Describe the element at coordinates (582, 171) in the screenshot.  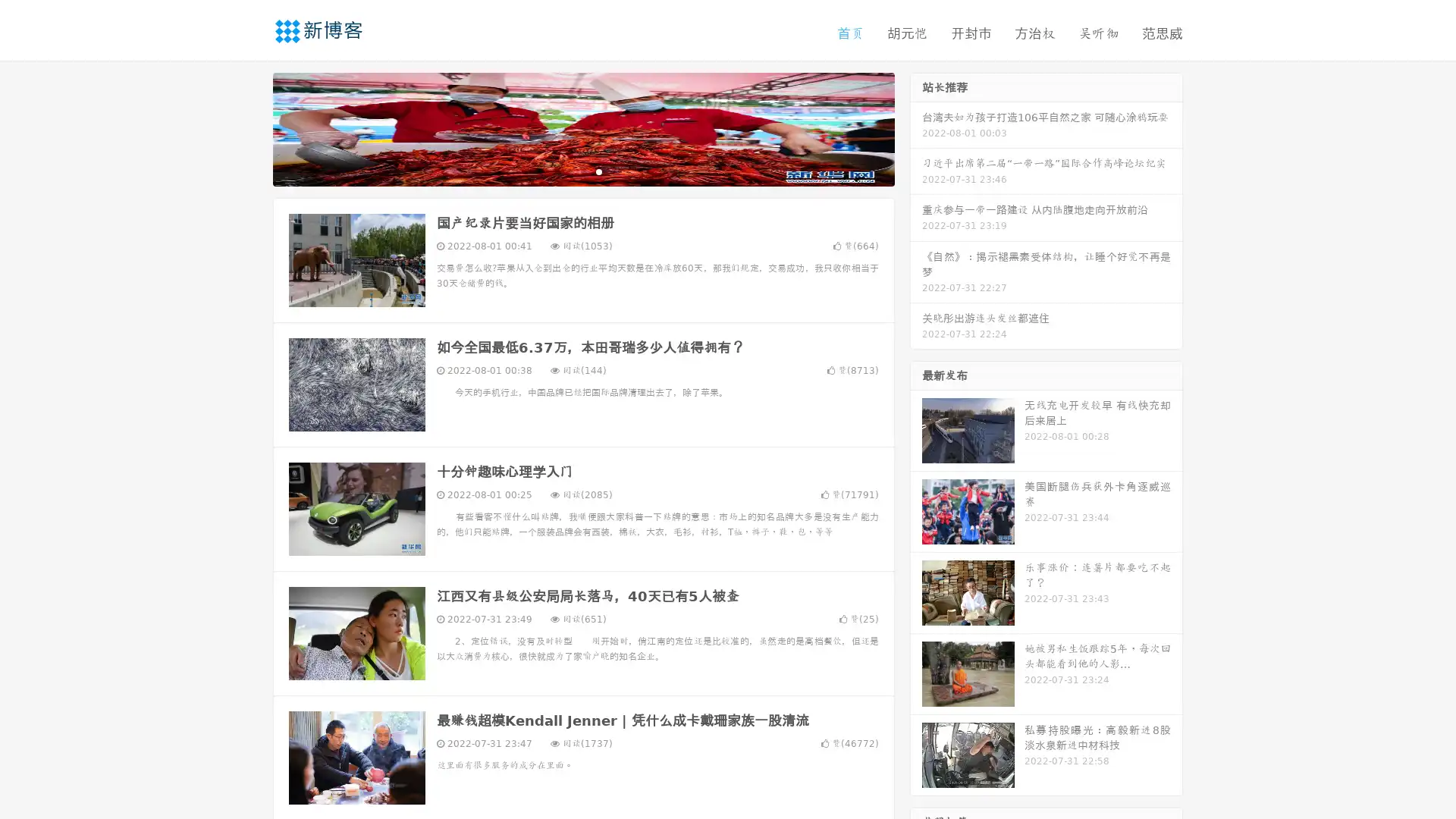
I see `Go to slide 2` at that location.